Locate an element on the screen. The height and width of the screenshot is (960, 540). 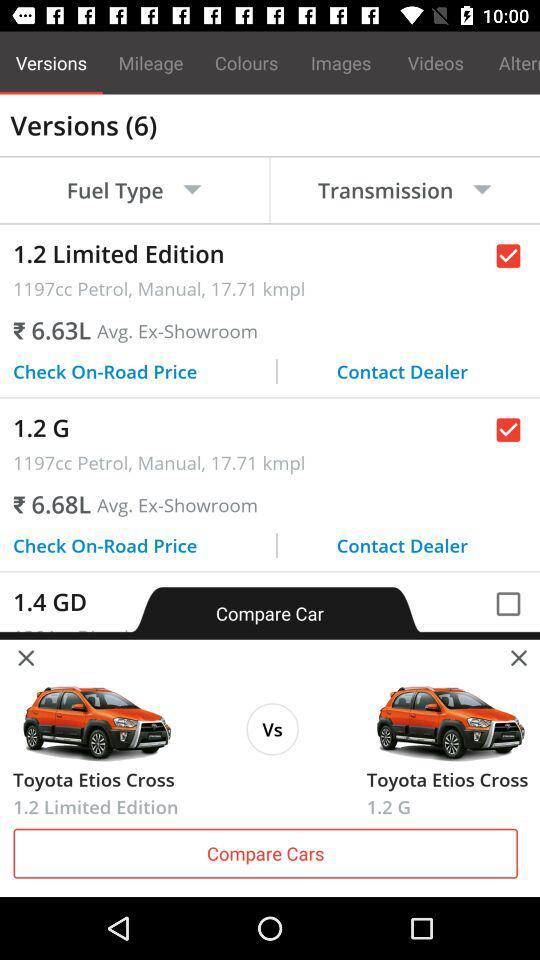
the close icon is located at coordinates (25, 655).